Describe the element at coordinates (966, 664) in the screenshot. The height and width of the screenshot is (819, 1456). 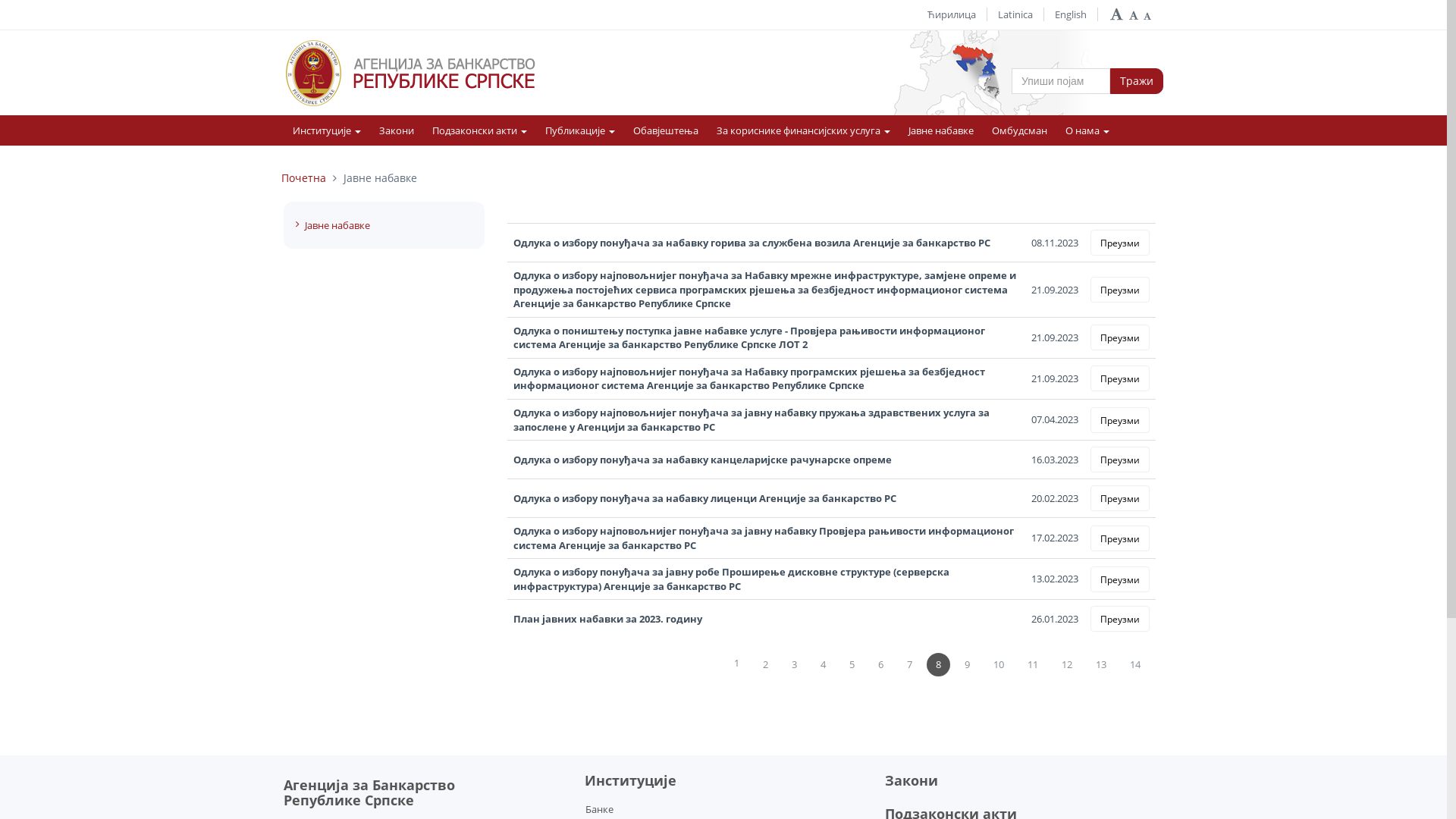
I see `'9'` at that location.